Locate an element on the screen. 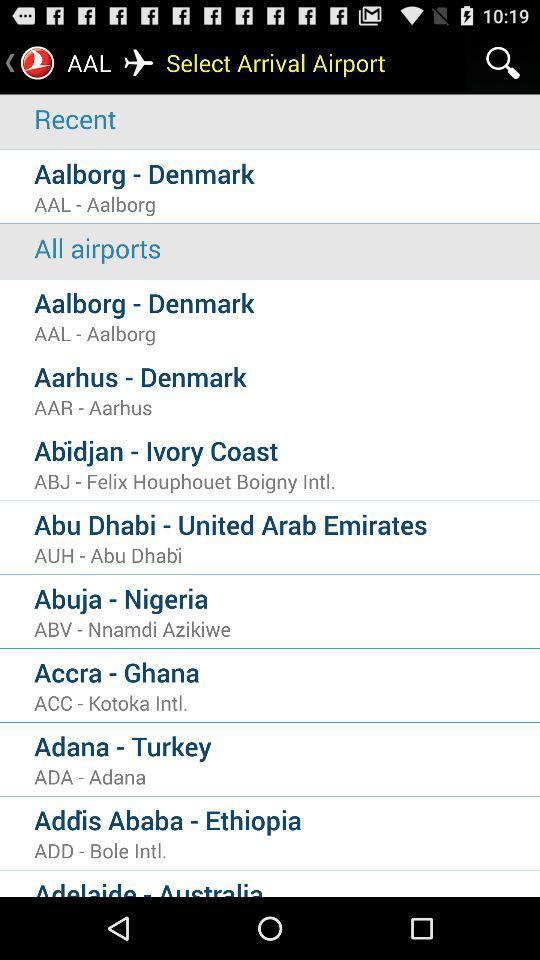  the icon below aal - aalborg item is located at coordinates (286, 247).